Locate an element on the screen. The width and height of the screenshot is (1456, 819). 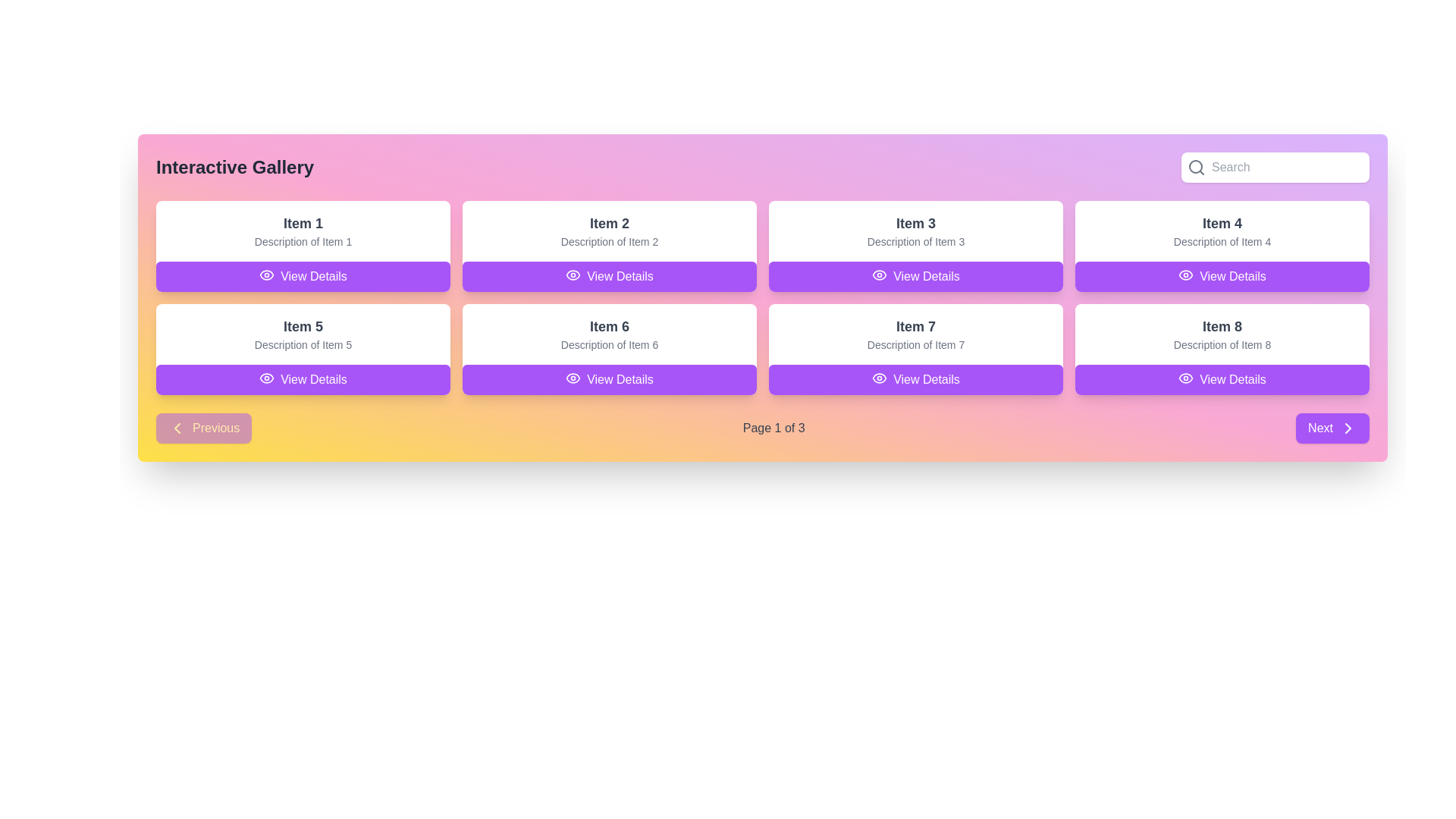
details associated with the eye-shaped icon located on the left side of the 'View Details' button for 'Item 5' is located at coordinates (266, 377).